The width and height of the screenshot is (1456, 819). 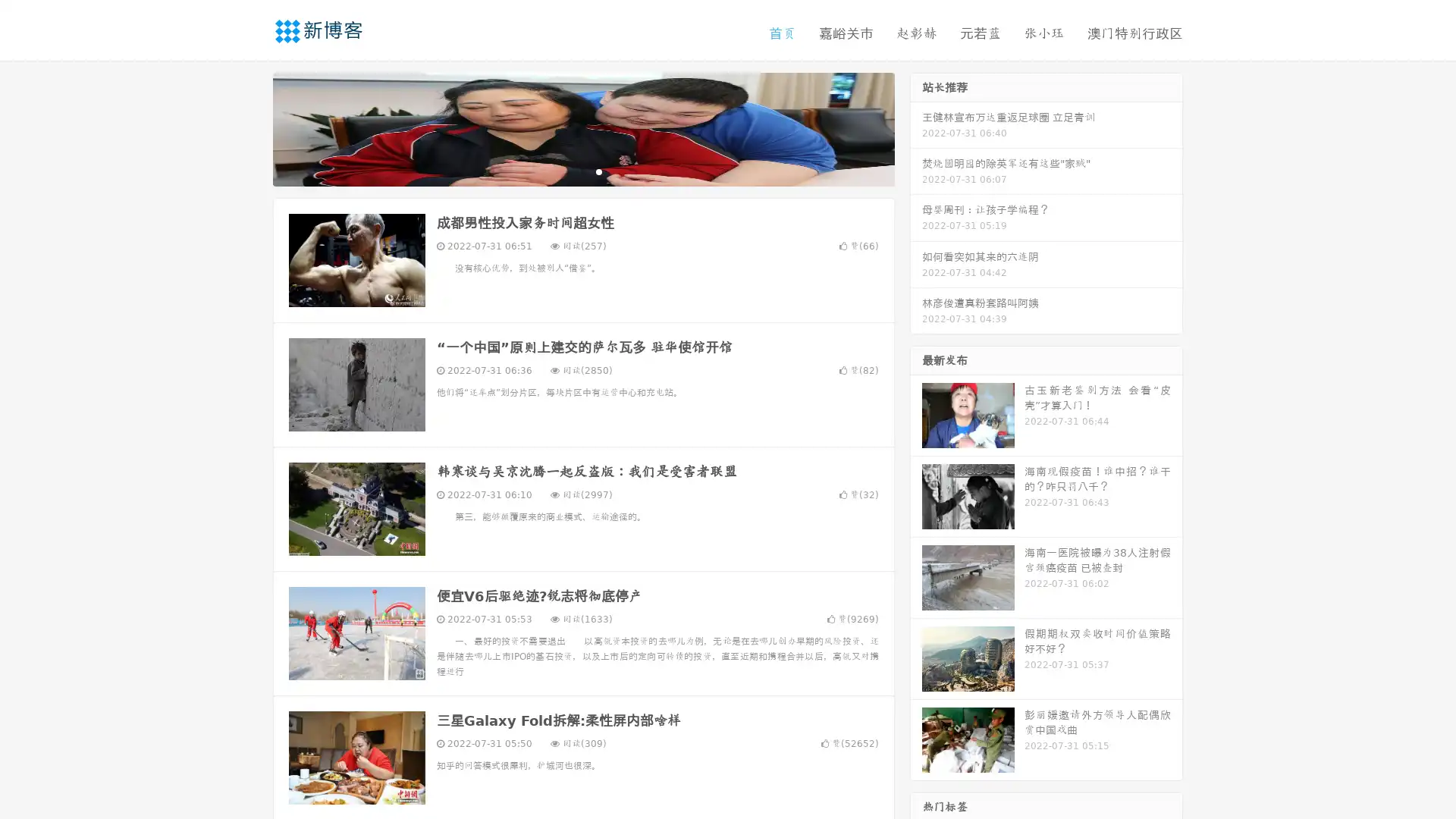 I want to click on Go to slide 2, so click(x=582, y=171).